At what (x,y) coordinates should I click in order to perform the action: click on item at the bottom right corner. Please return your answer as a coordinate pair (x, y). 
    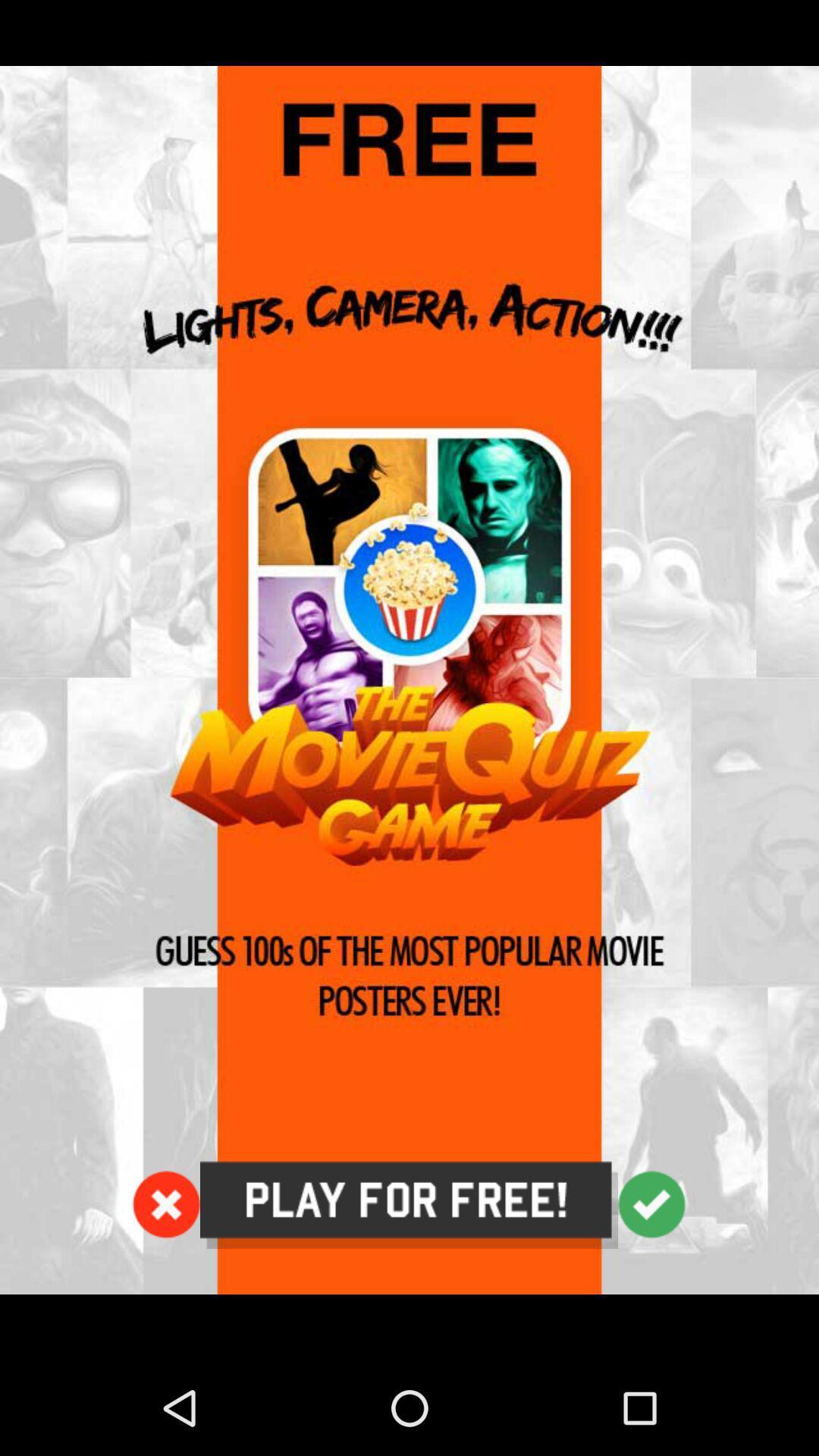
    Looking at the image, I should click on (651, 1203).